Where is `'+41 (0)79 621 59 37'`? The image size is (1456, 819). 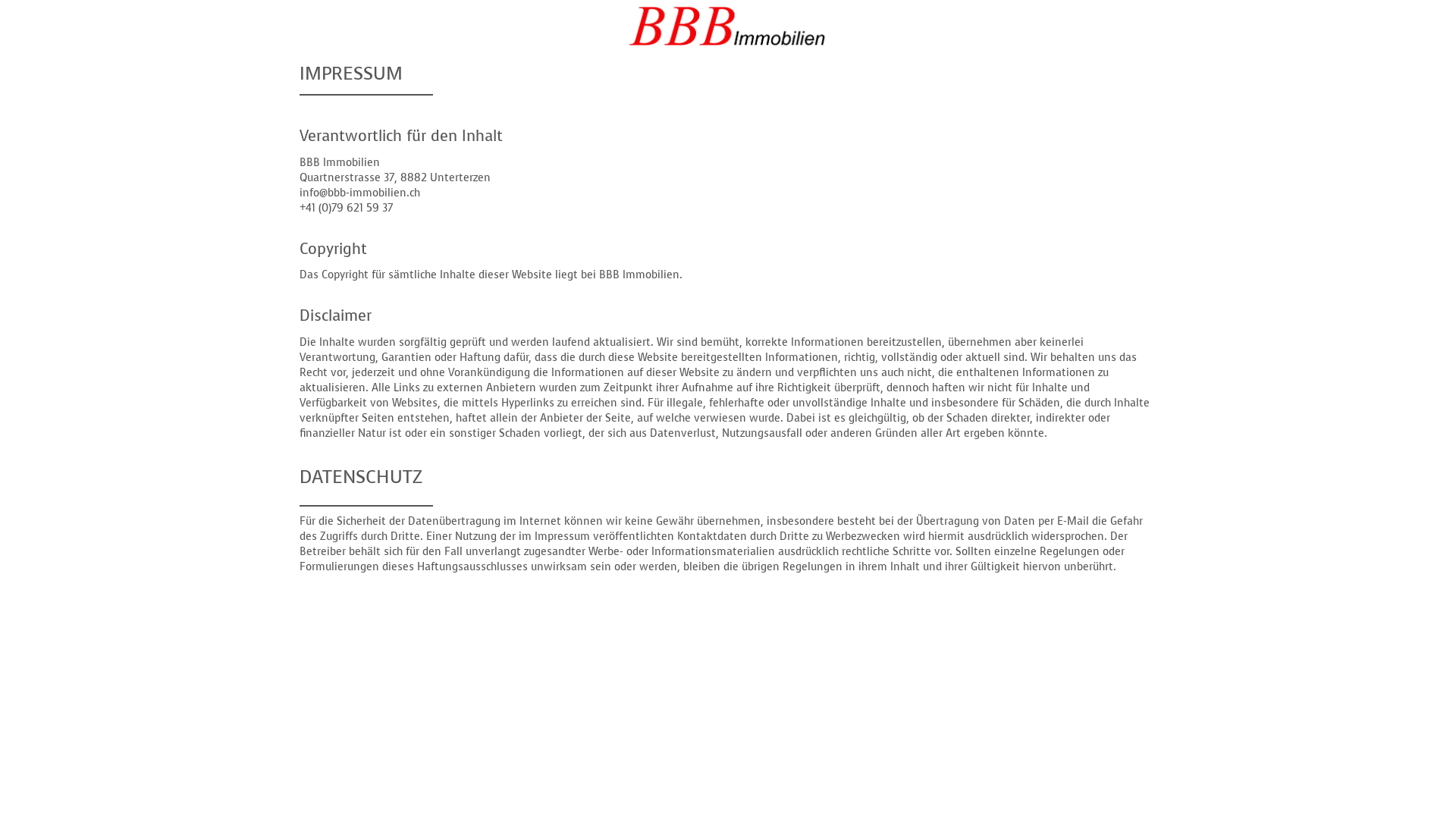 '+41 (0)79 621 59 37' is located at coordinates (345, 208).